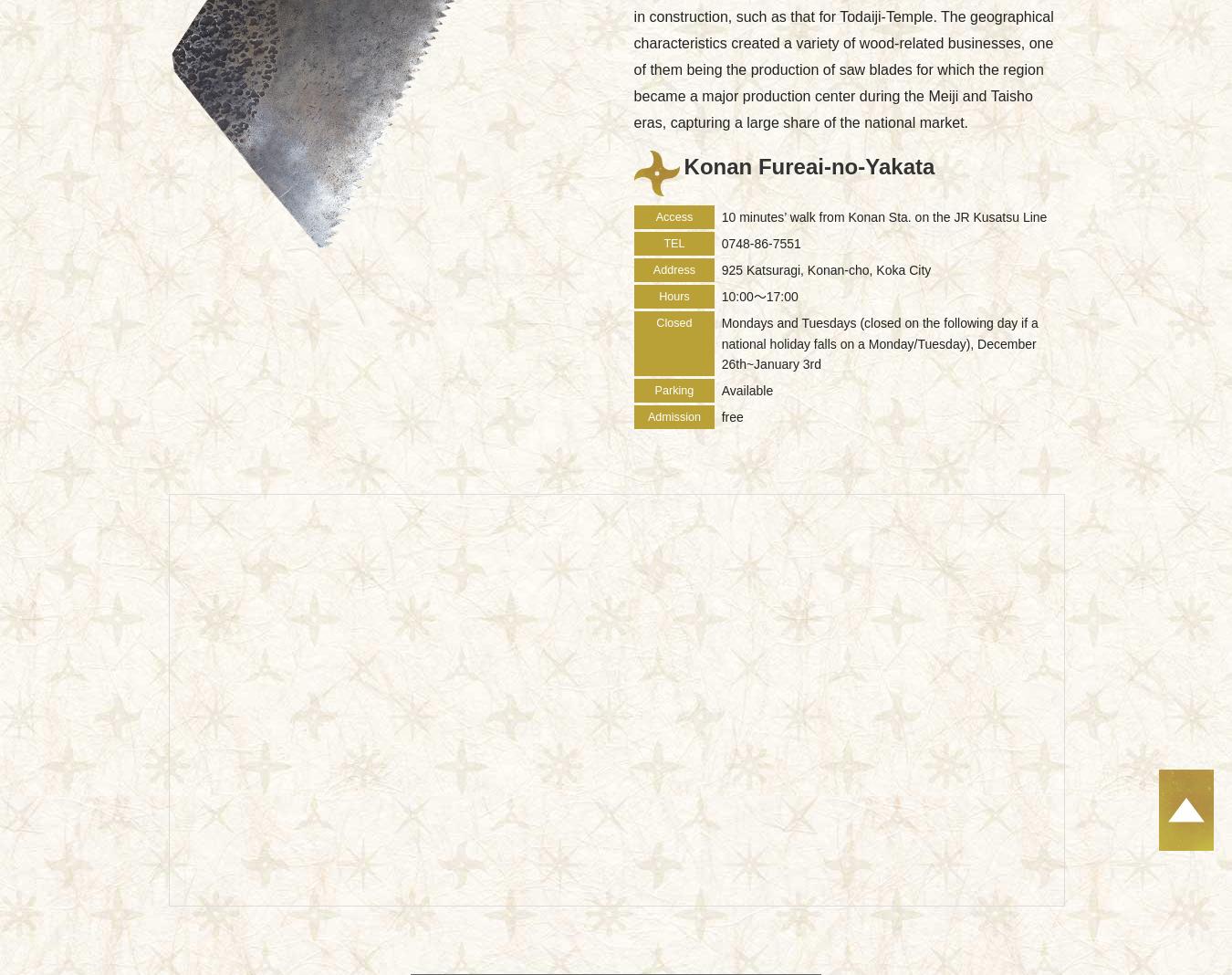 The height and width of the screenshot is (975, 1232). What do you see at coordinates (673, 269) in the screenshot?
I see `'Address'` at bounding box center [673, 269].